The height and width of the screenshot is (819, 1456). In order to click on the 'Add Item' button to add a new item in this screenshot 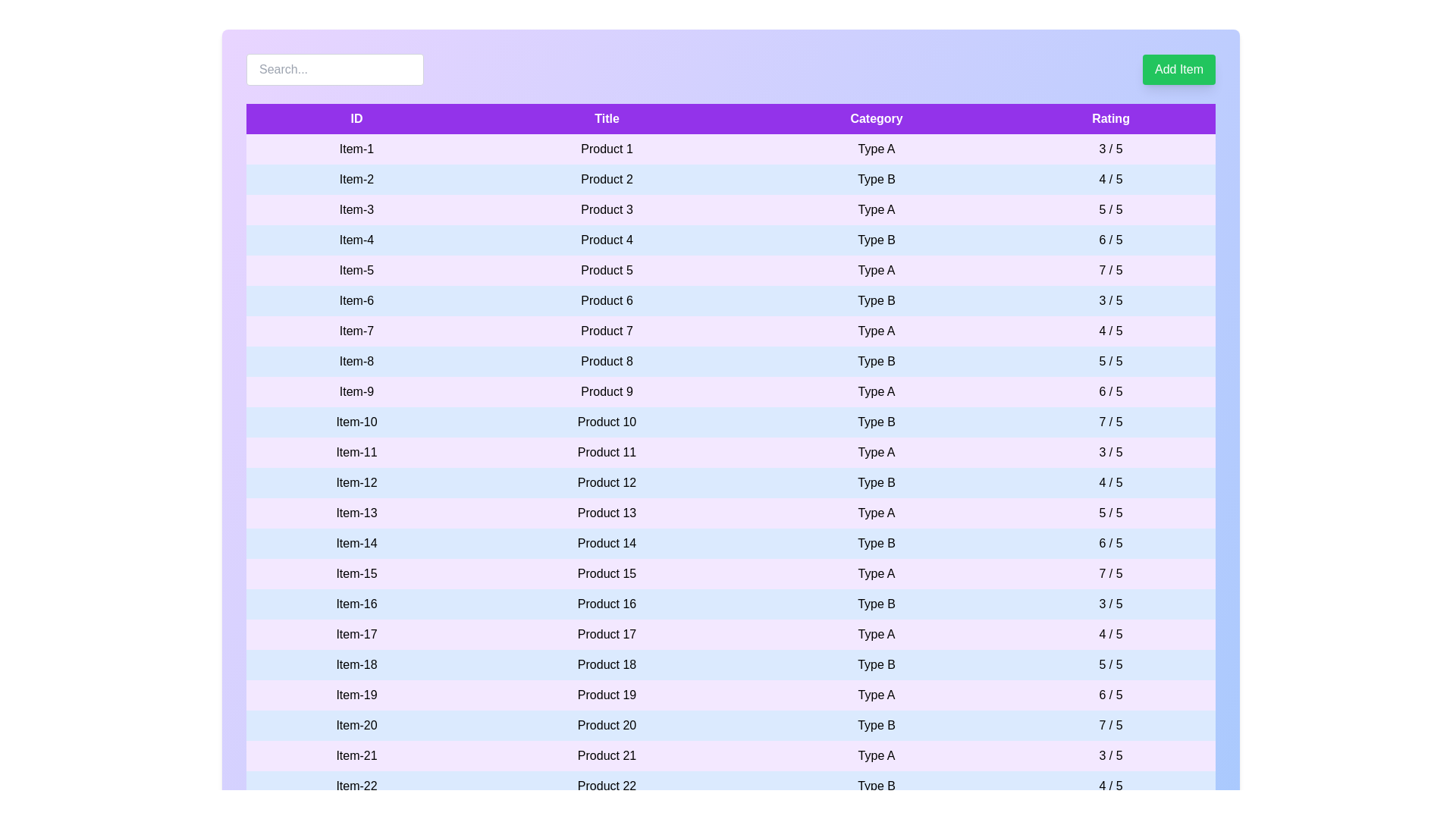, I will do `click(1178, 70)`.